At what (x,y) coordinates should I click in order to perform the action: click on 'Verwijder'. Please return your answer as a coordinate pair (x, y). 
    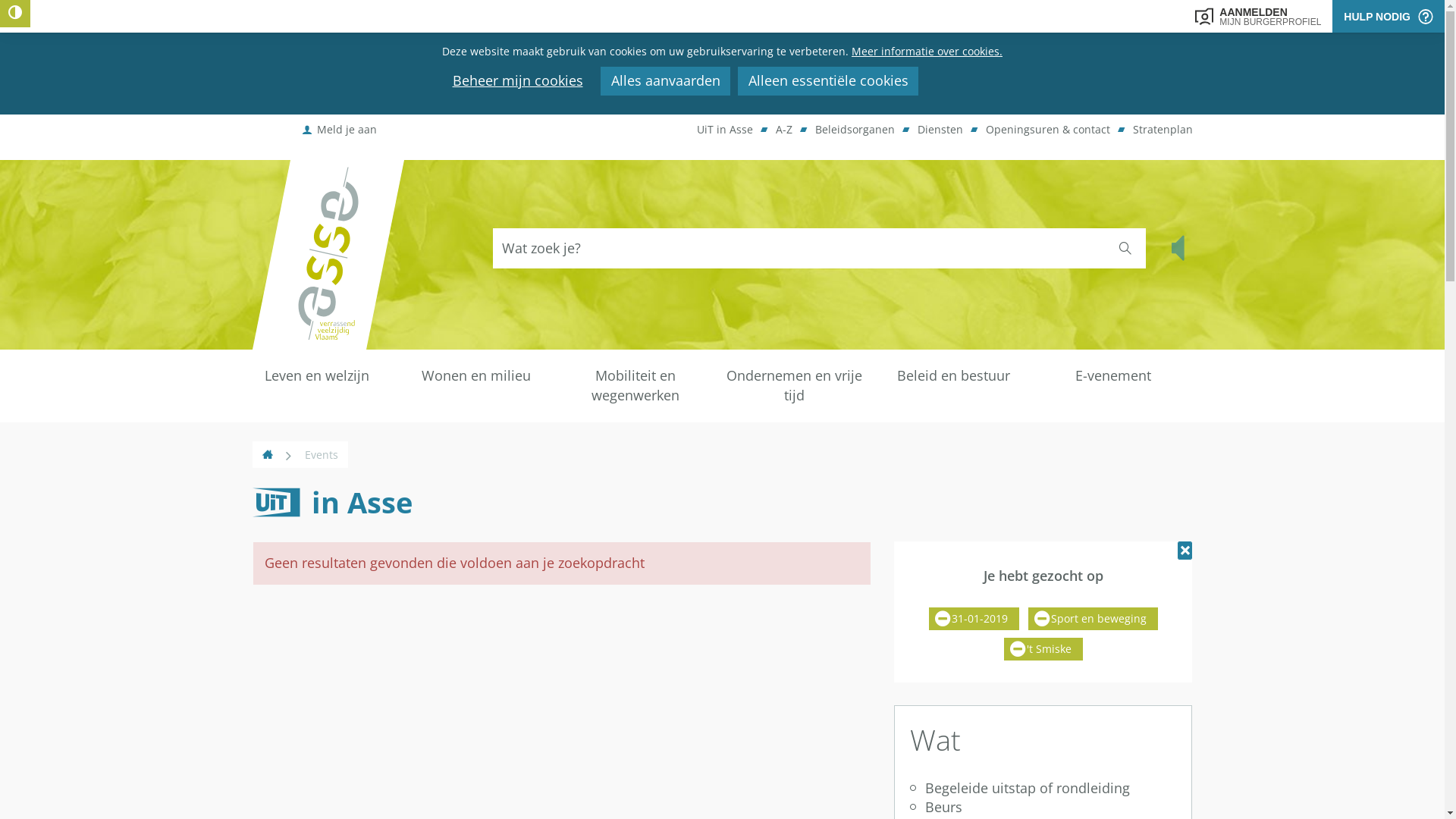
    Looking at the image, I should click on (1184, 550).